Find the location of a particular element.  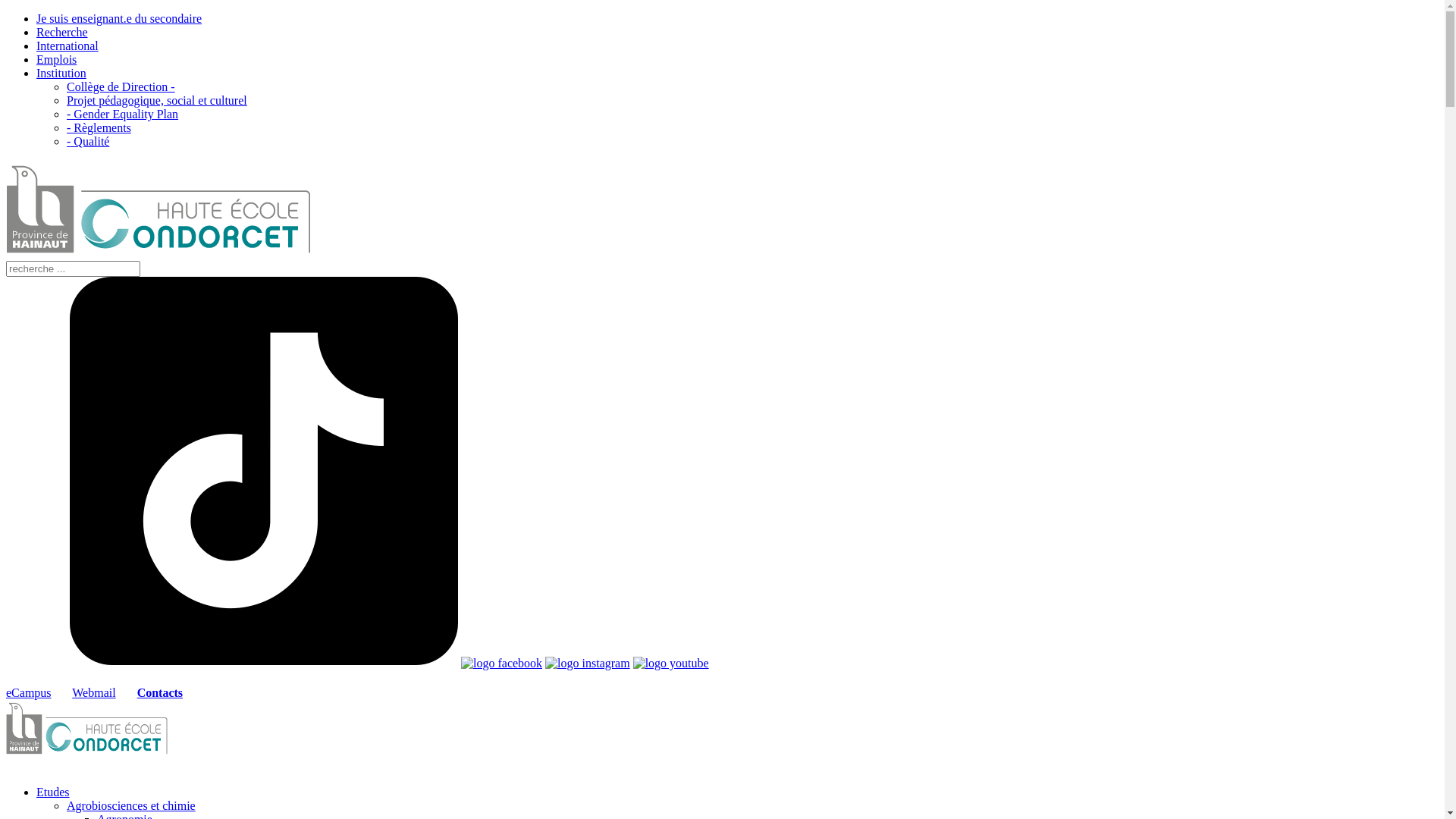

'Recherche' is located at coordinates (36, 32).